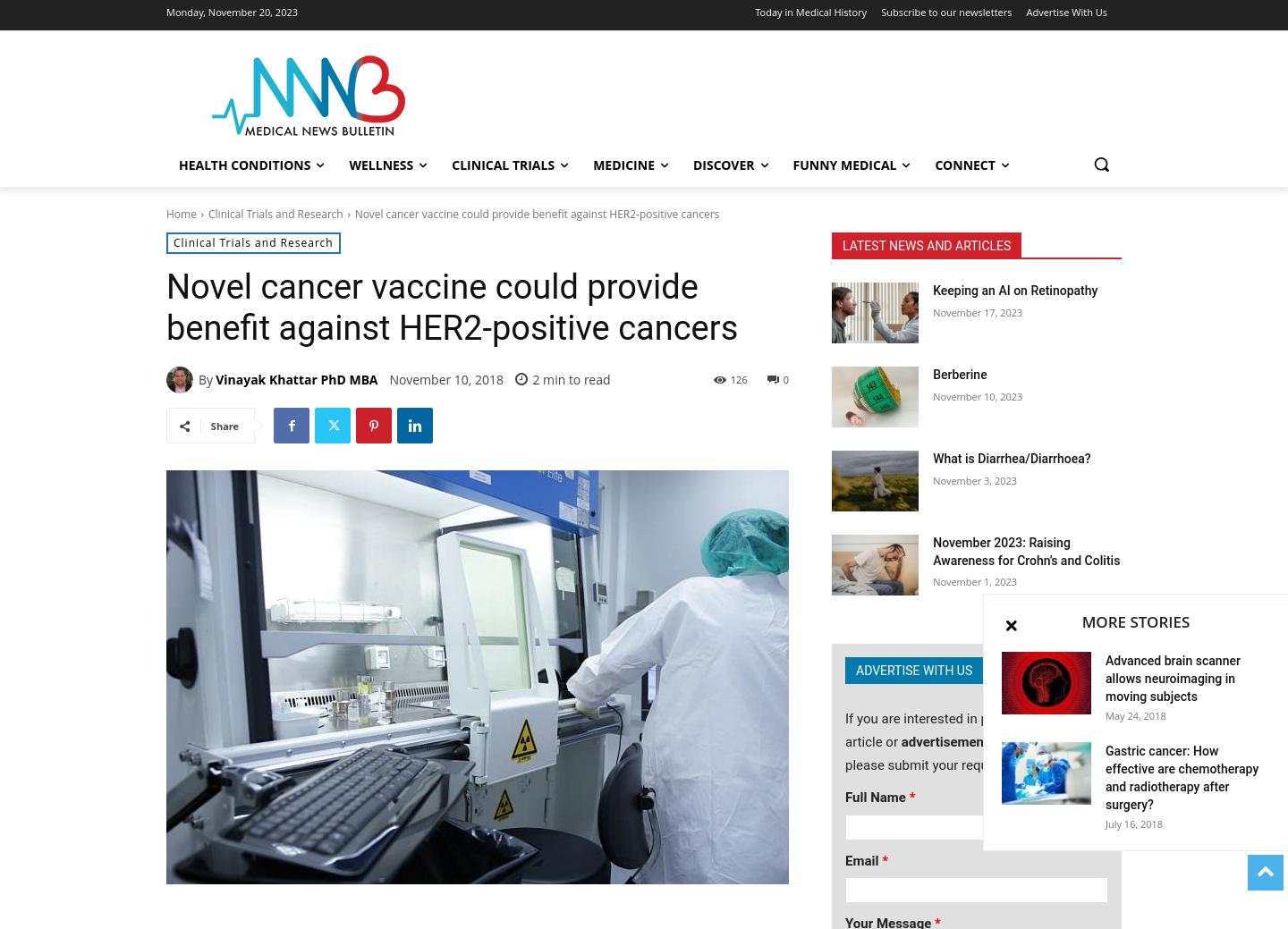 This screenshot has height=929, width=1288. What do you see at coordinates (973, 581) in the screenshot?
I see `'November 1, 2023'` at bounding box center [973, 581].